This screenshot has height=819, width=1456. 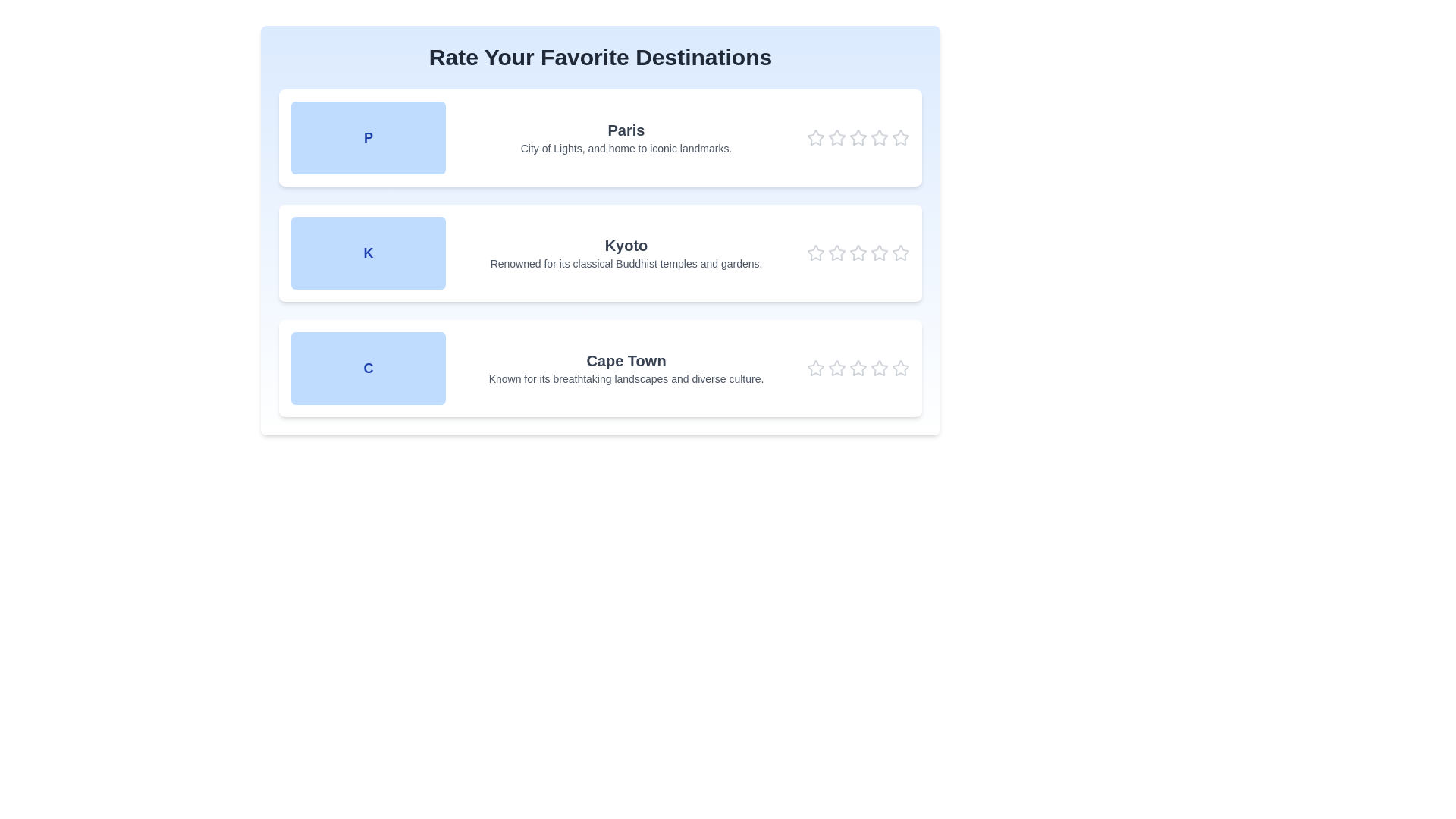 I want to click on the fifth star-shaped rating icon with a gray outline, so click(x=901, y=369).